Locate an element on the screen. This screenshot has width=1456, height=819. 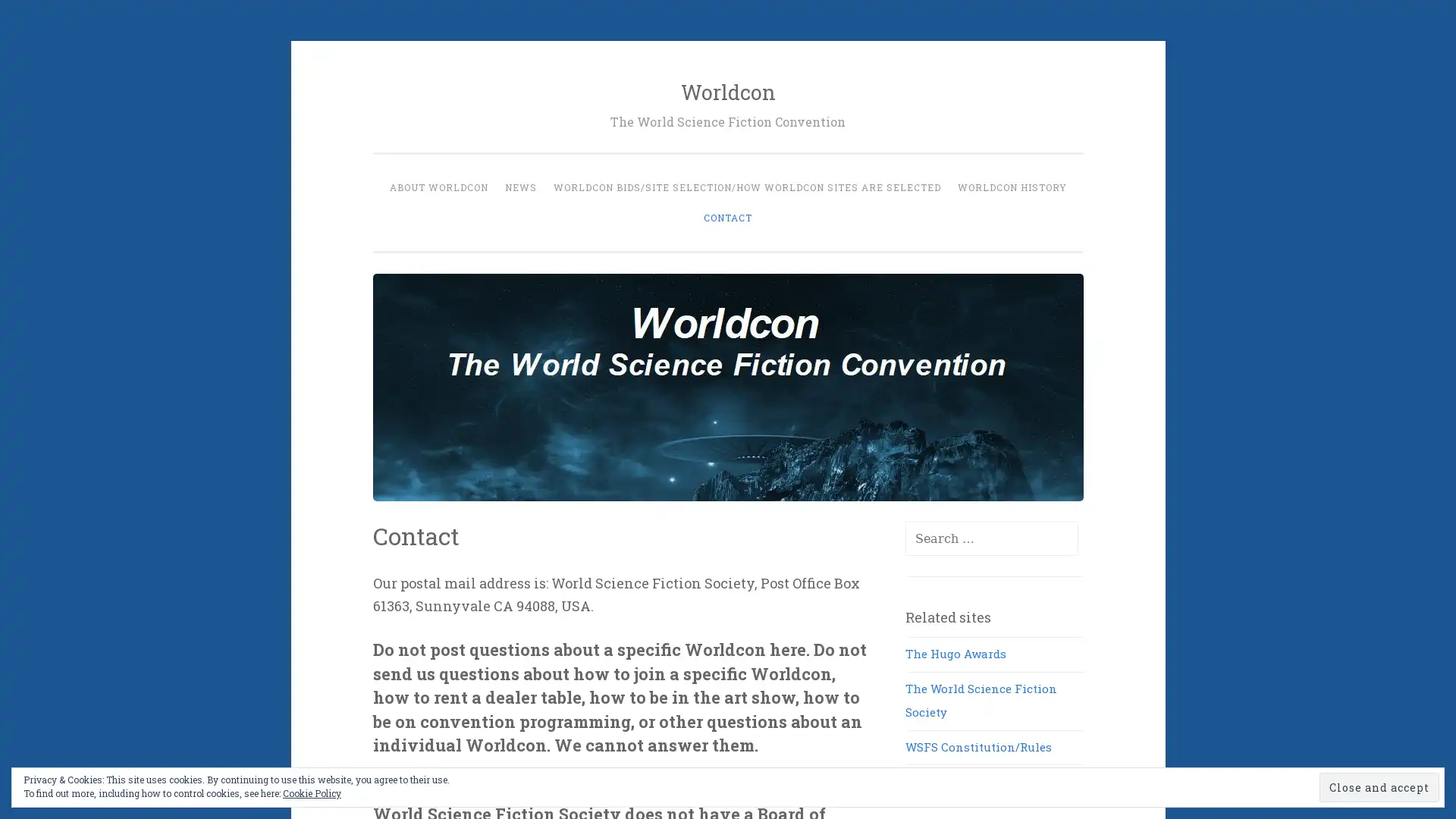
Close and accept is located at coordinates (1379, 786).